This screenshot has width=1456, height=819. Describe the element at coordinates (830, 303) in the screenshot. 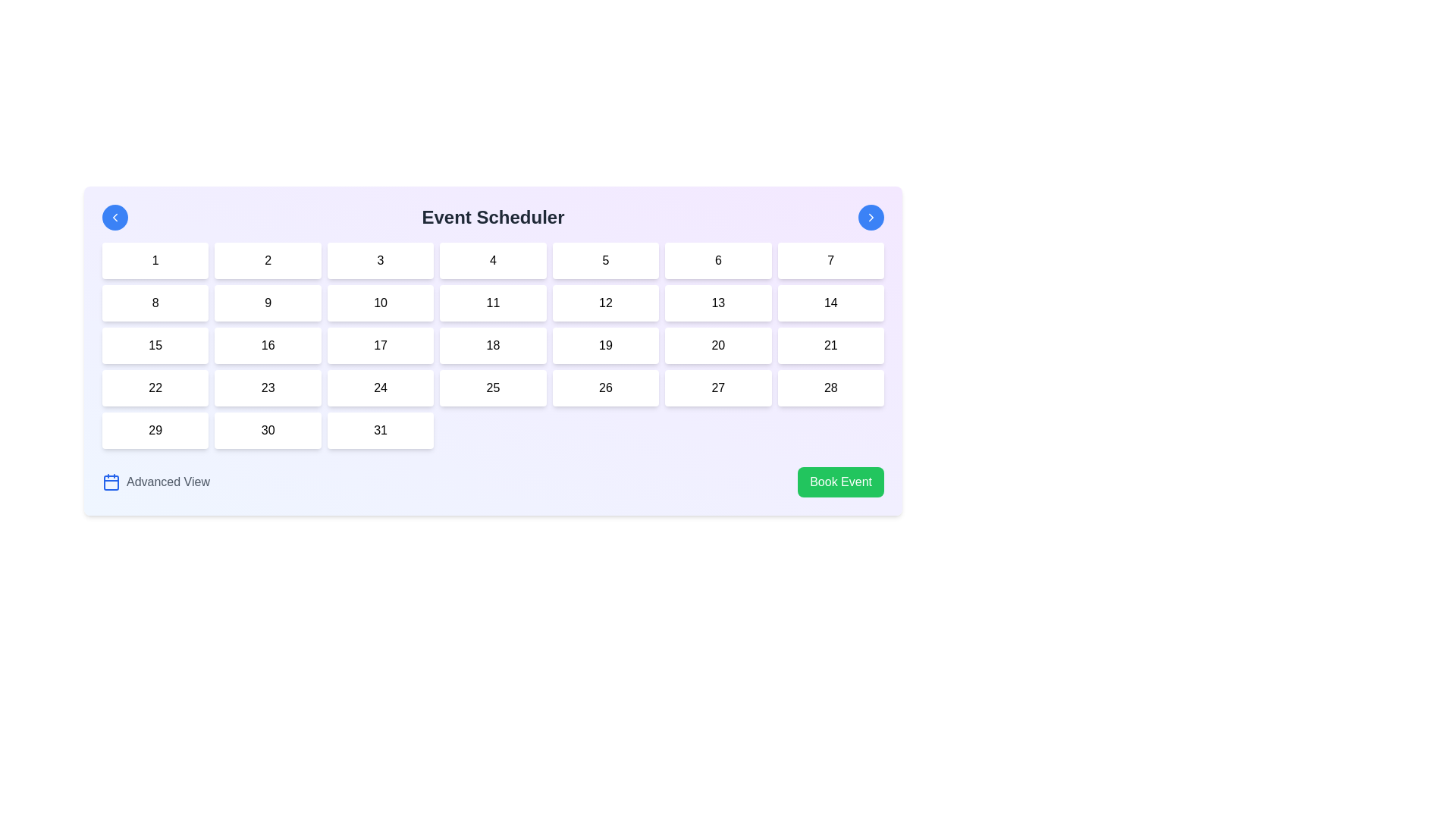

I see `the button displaying '14' in the calendar grid` at that location.